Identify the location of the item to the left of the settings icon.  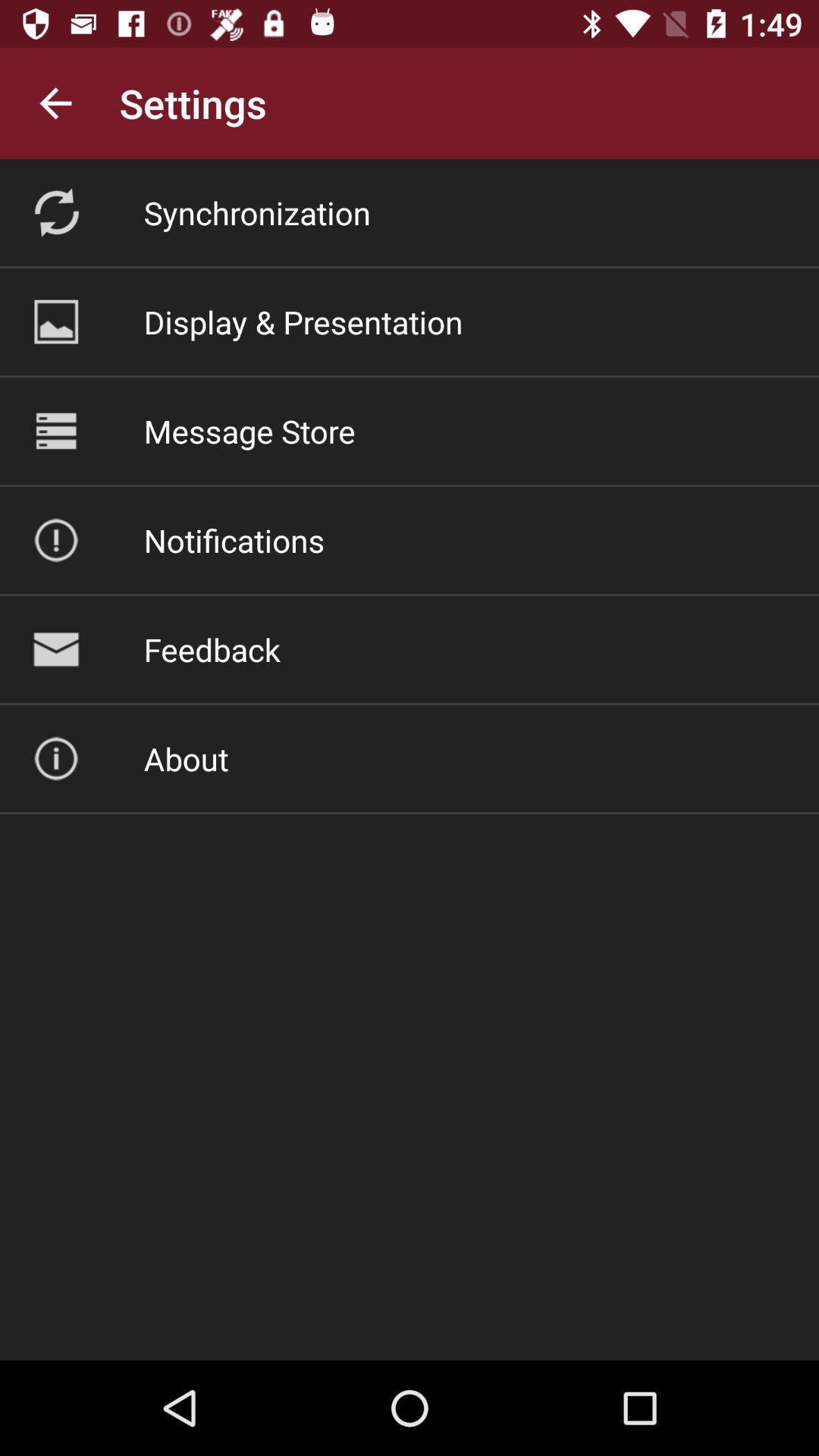
(55, 102).